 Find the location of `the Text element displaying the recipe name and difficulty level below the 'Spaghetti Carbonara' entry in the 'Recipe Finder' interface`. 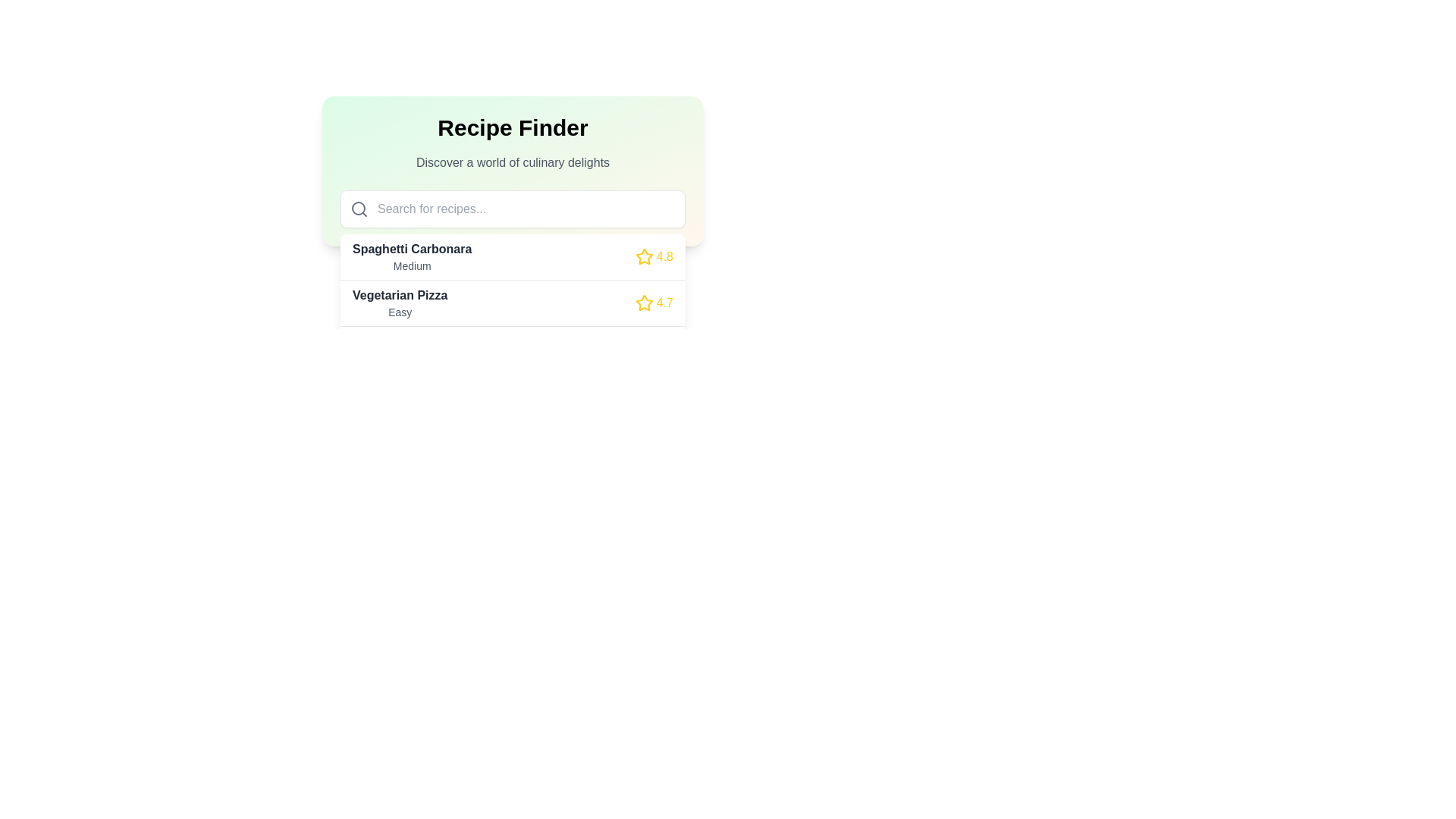

the Text element displaying the recipe name and difficulty level below the 'Spaghetti Carbonara' entry in the 'Recipe Finder' interface is located at coordinates (400, 303).